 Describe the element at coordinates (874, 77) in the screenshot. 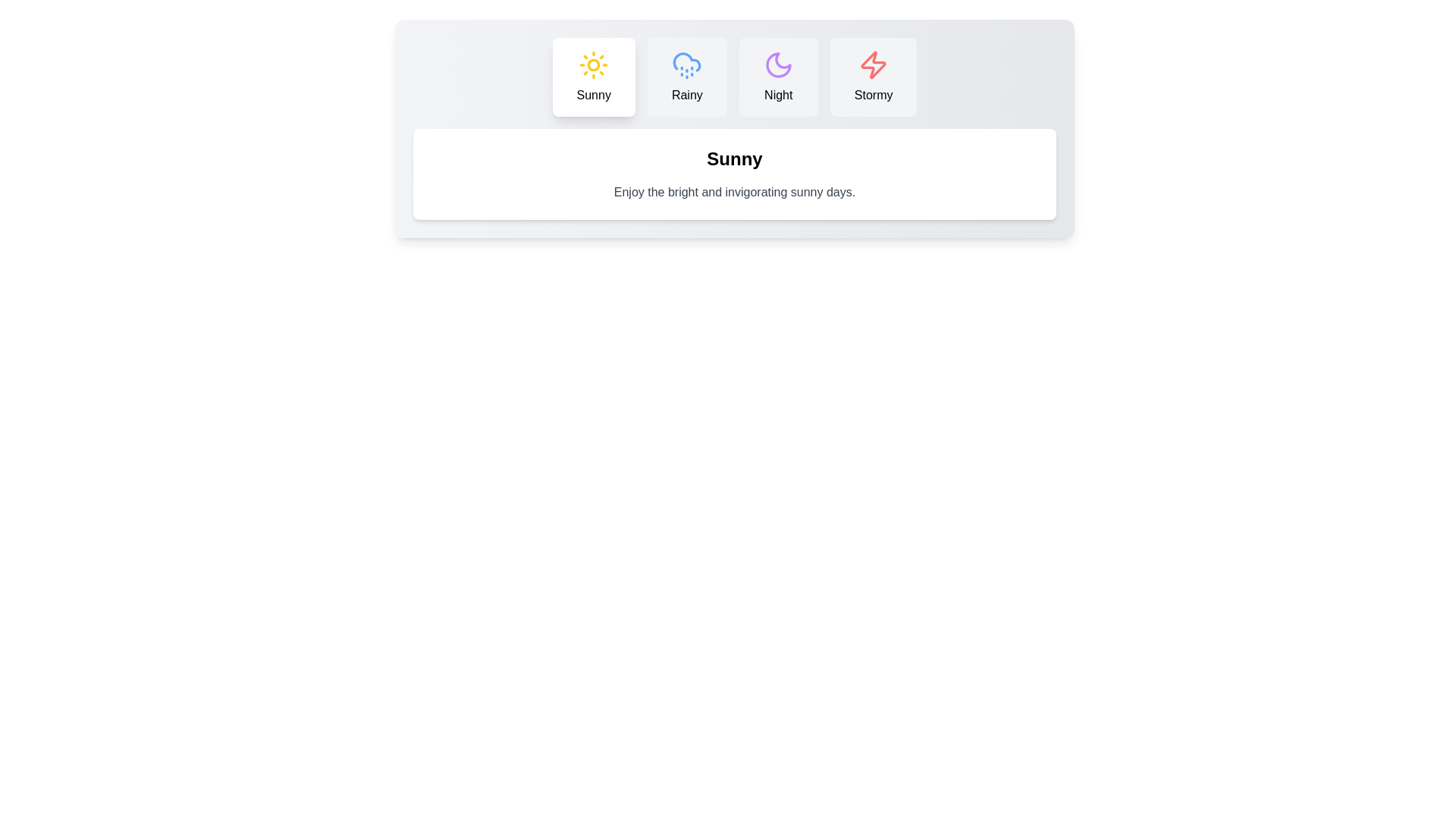

I see `the Stormy tab by clicking its button` at that location.